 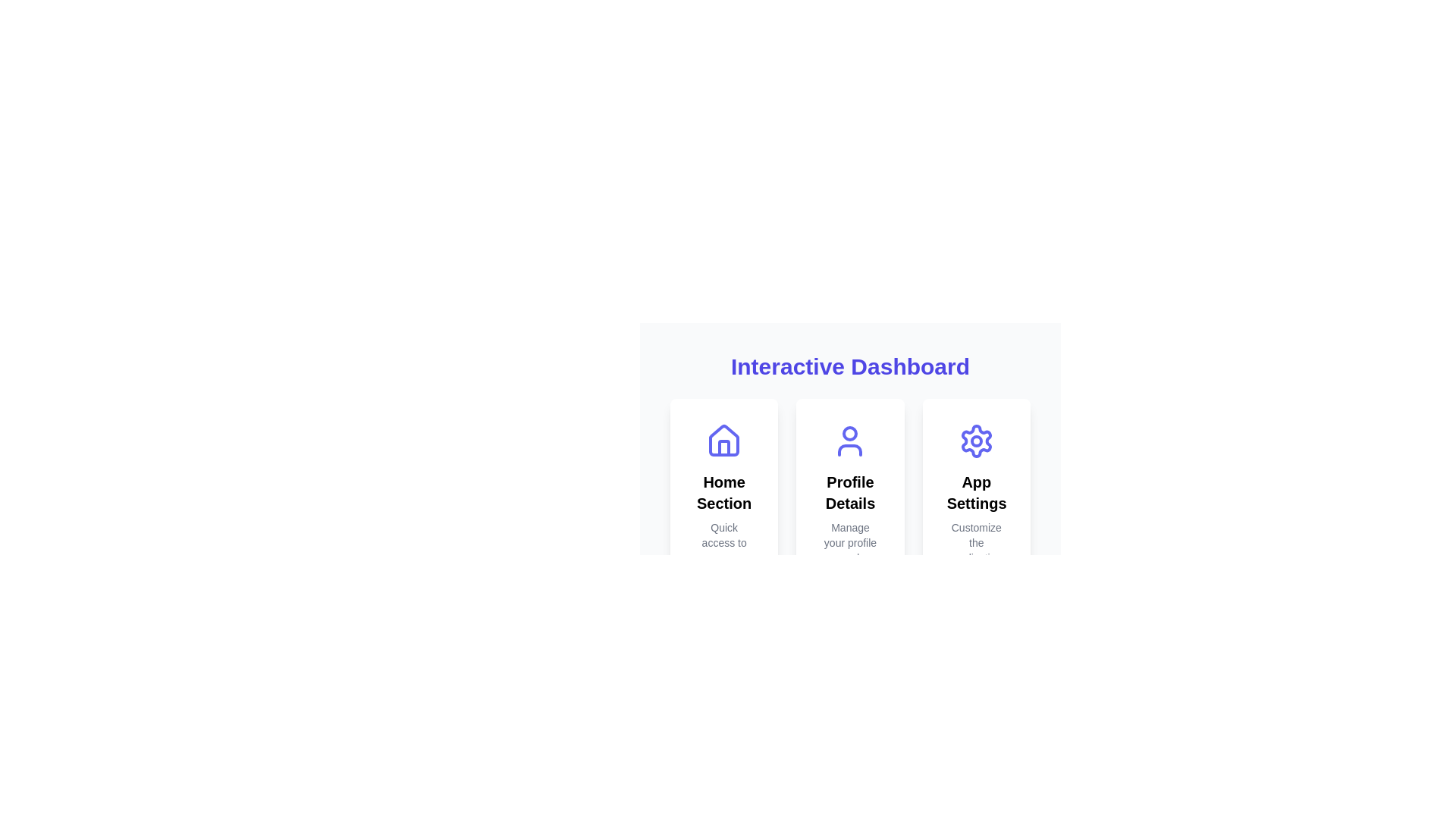 What do you see at coordinates (976, 441) in the screenshot?
I see `the vibrant purple cog-shaped icon in the rightmost card under the 'Interactive Dashboard' heading` at bounding box center [976, 441].